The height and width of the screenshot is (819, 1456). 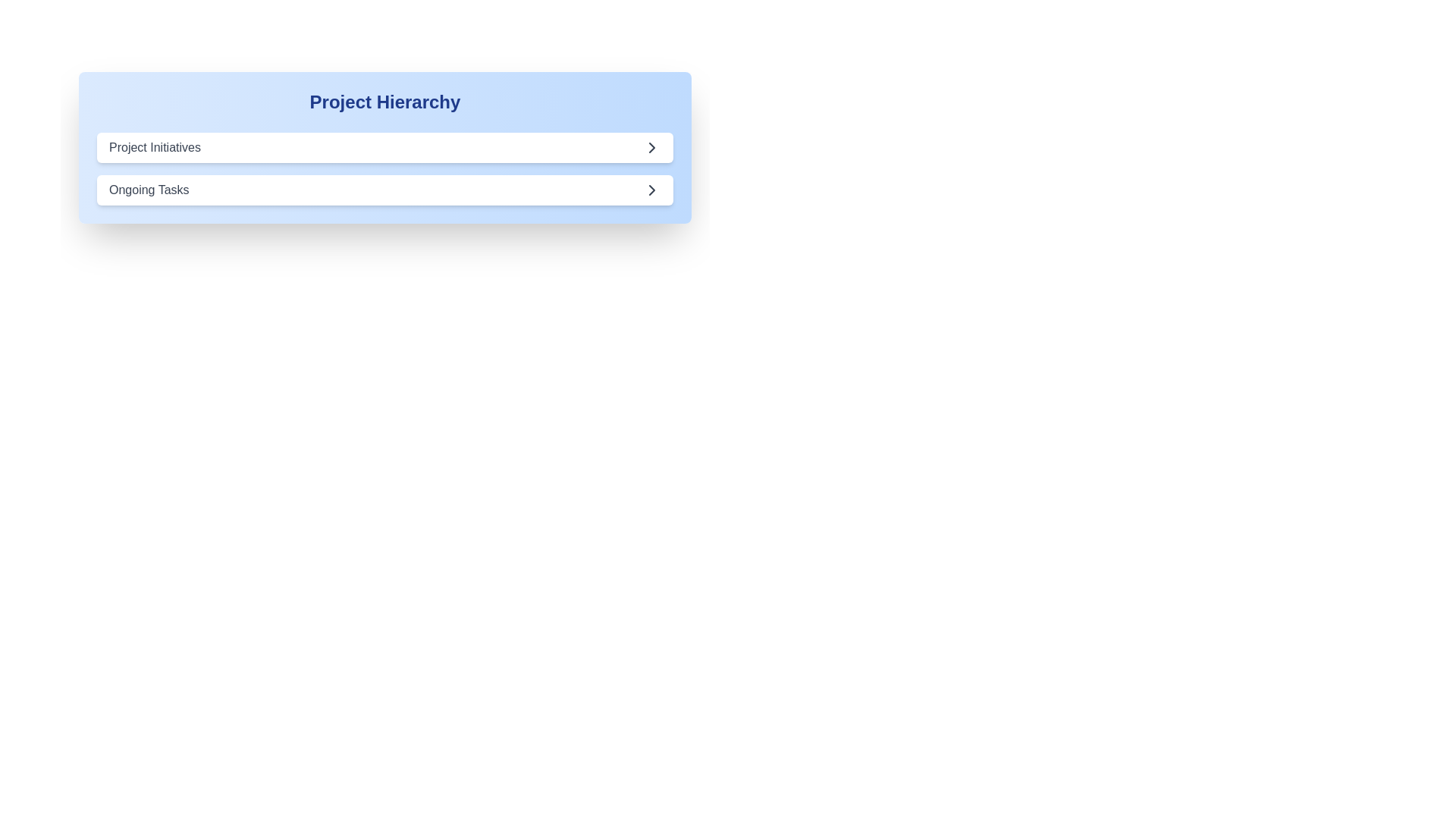 What do you see at coordinates (651, 148) in the screenshot?
I see `the right-facing chevron icon button located in the 'Project Initiatives' row` at bounding box center [651, 148].